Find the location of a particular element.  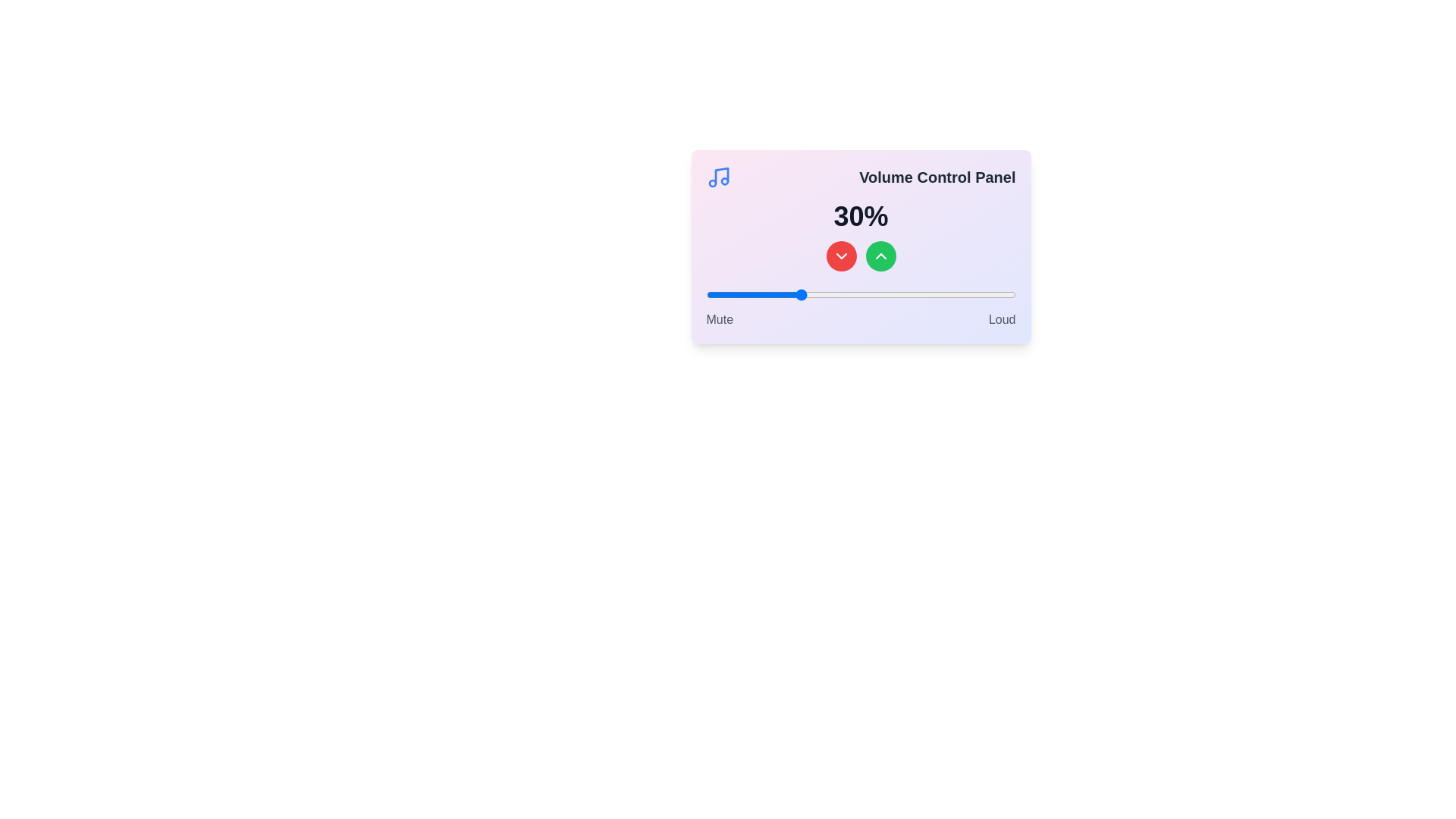

decrement volume button to lower the volume is located at coordinates (840, 256).